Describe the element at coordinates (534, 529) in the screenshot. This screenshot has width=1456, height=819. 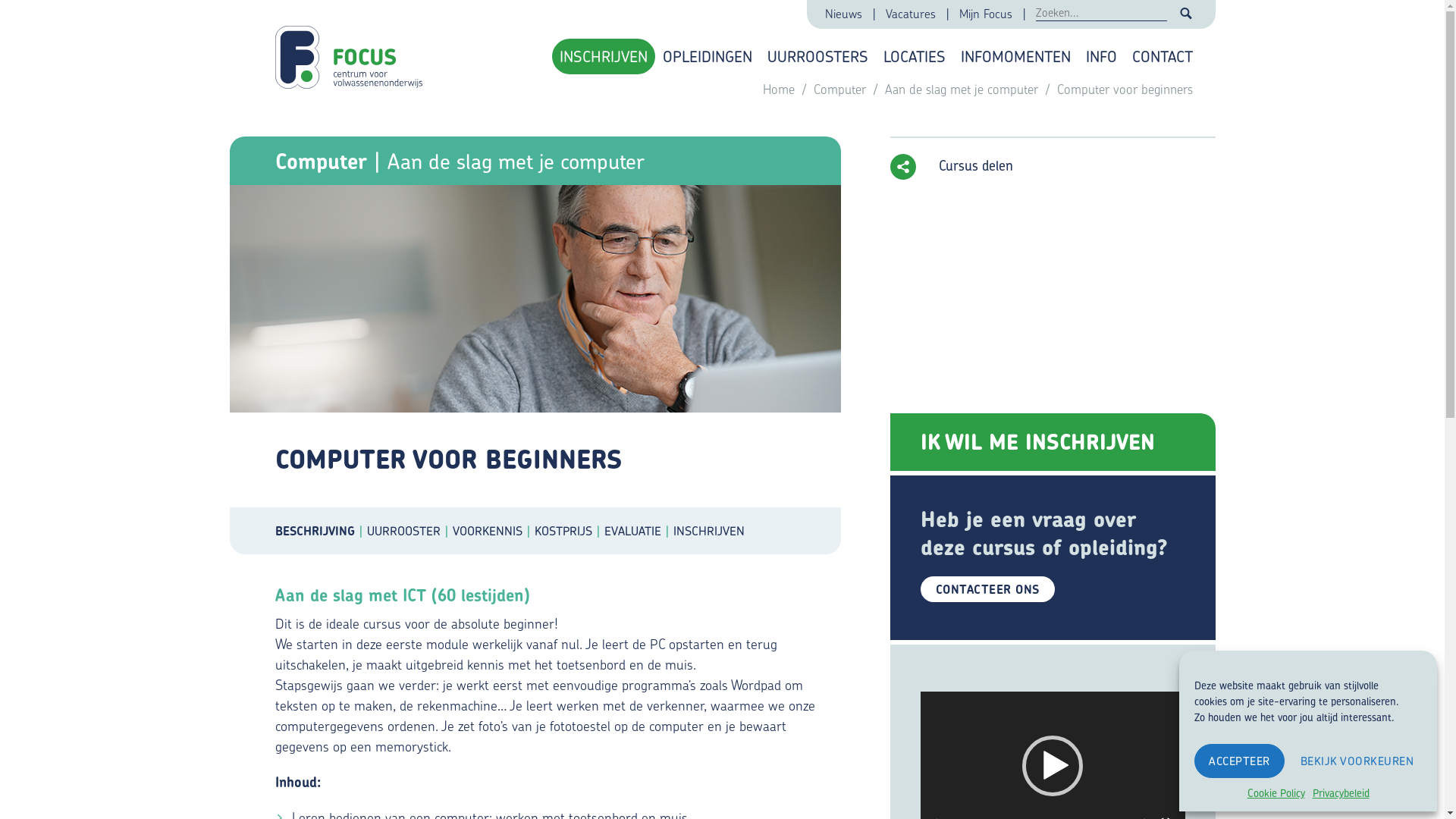
I see `'KOSTPRIJS'` at that location.